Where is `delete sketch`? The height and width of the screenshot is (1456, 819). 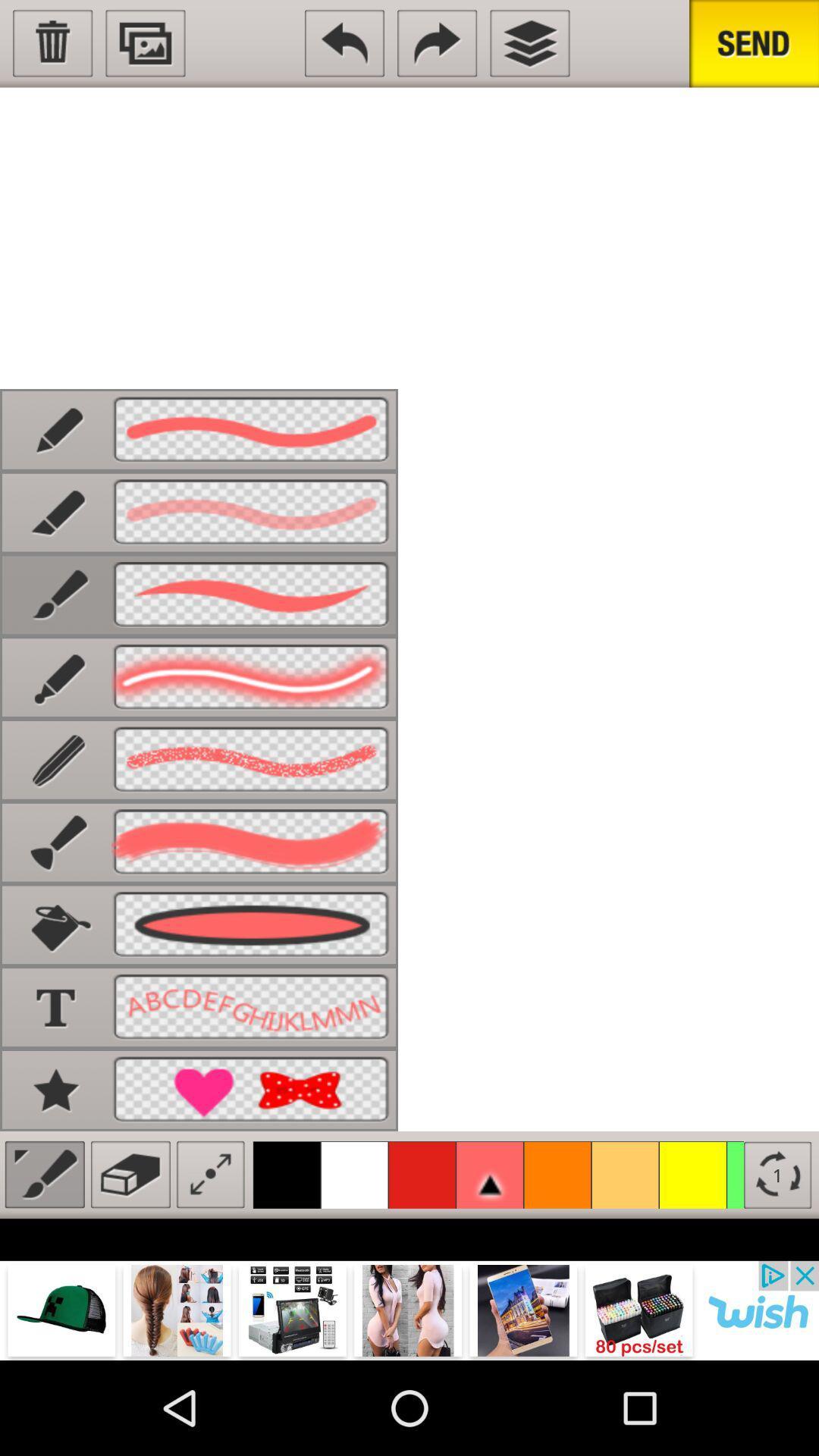 delete sketch is located at coordinates (52, 43).